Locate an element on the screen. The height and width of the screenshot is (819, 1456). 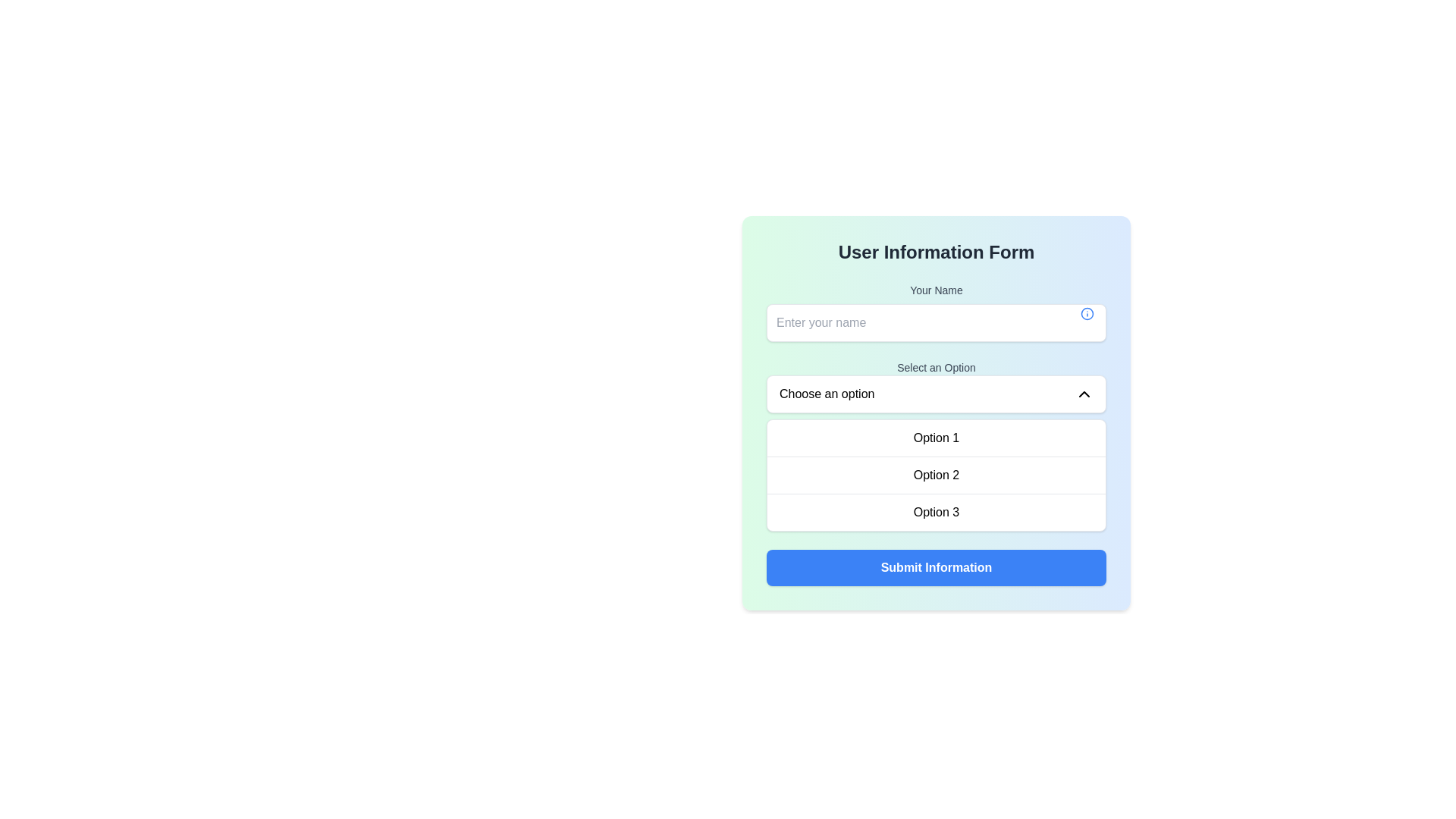
the small circular blue information icon located in the top-right corner of the 'Your Name' text input field is located at coordinates (1087, 312).